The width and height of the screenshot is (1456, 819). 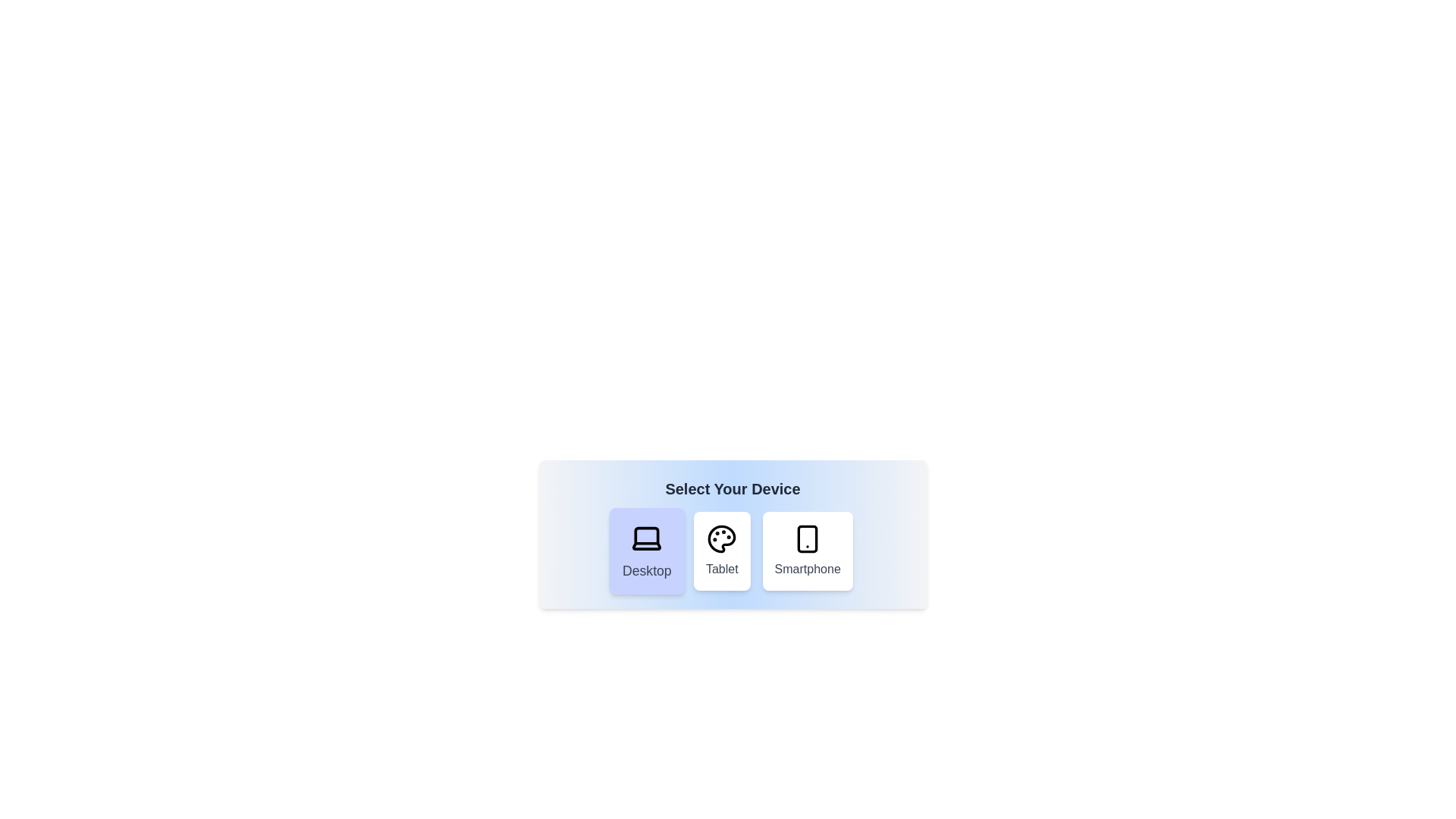 What do you see at coordinates (720, 570) in the screenshot?
I see `the text label UI component describing the device selection option 'Tablet', which is located directly below the palette icon in the central card of three horizontal options` at bounding box center [720, 570].